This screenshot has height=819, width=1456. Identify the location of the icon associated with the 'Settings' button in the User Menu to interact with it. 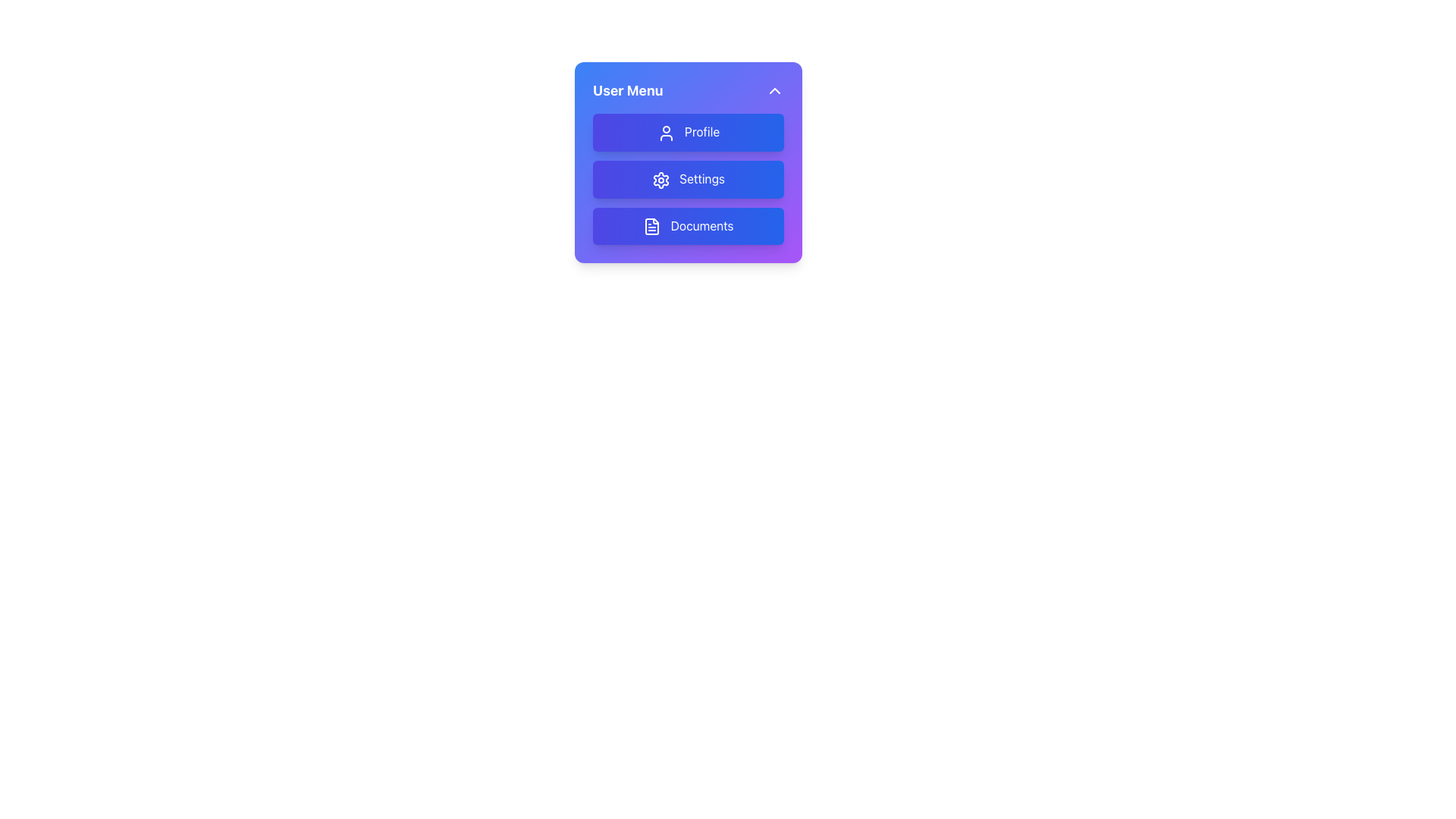
(661, 179).